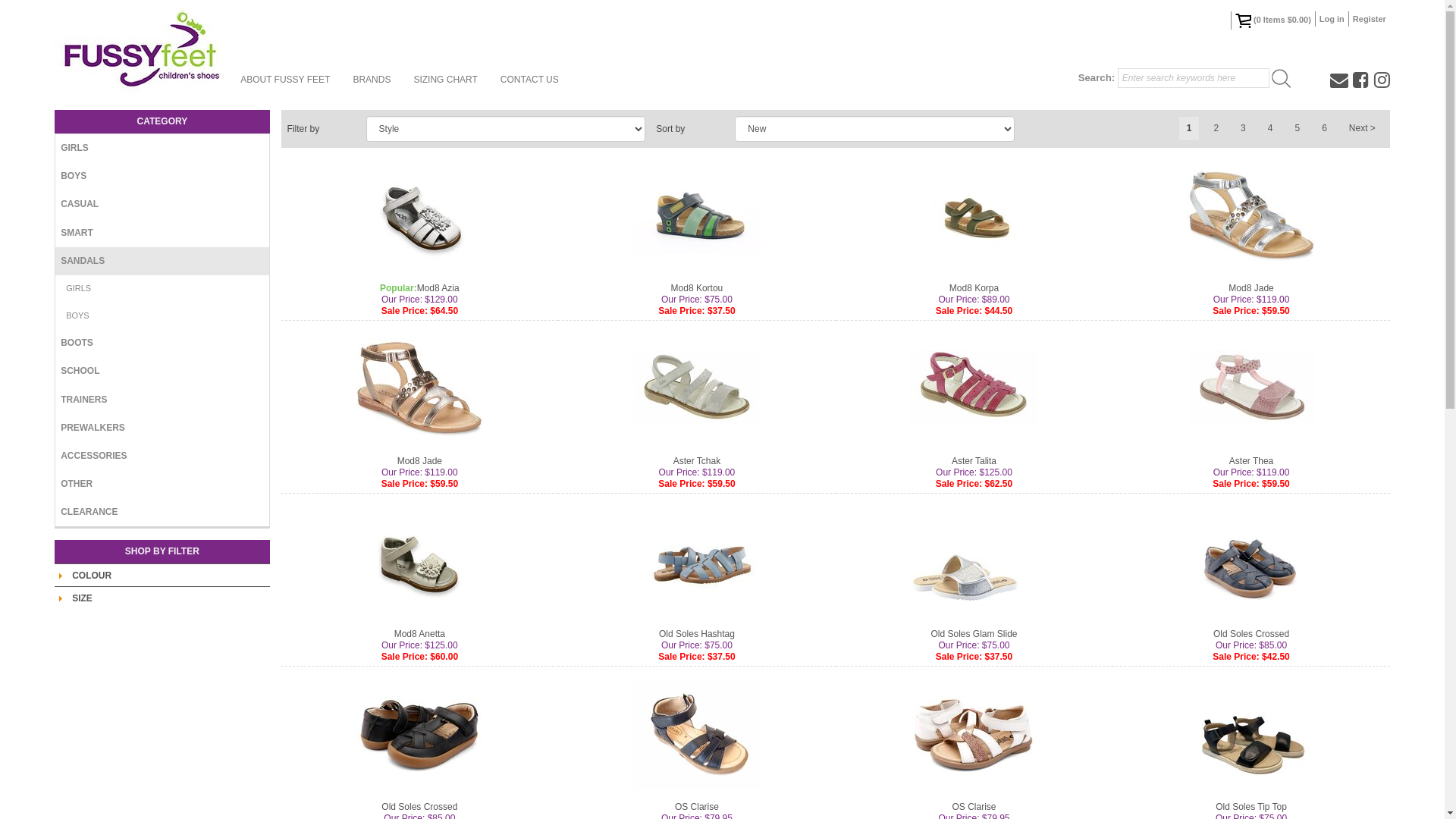 This screenshot has width=1456, height=819. Describe the element at coordinates (1251, 733) in the screenshot. I see `'Old Soles Tip Top-sandals-Fussy Feet - Childrens Shoes'` at that location.